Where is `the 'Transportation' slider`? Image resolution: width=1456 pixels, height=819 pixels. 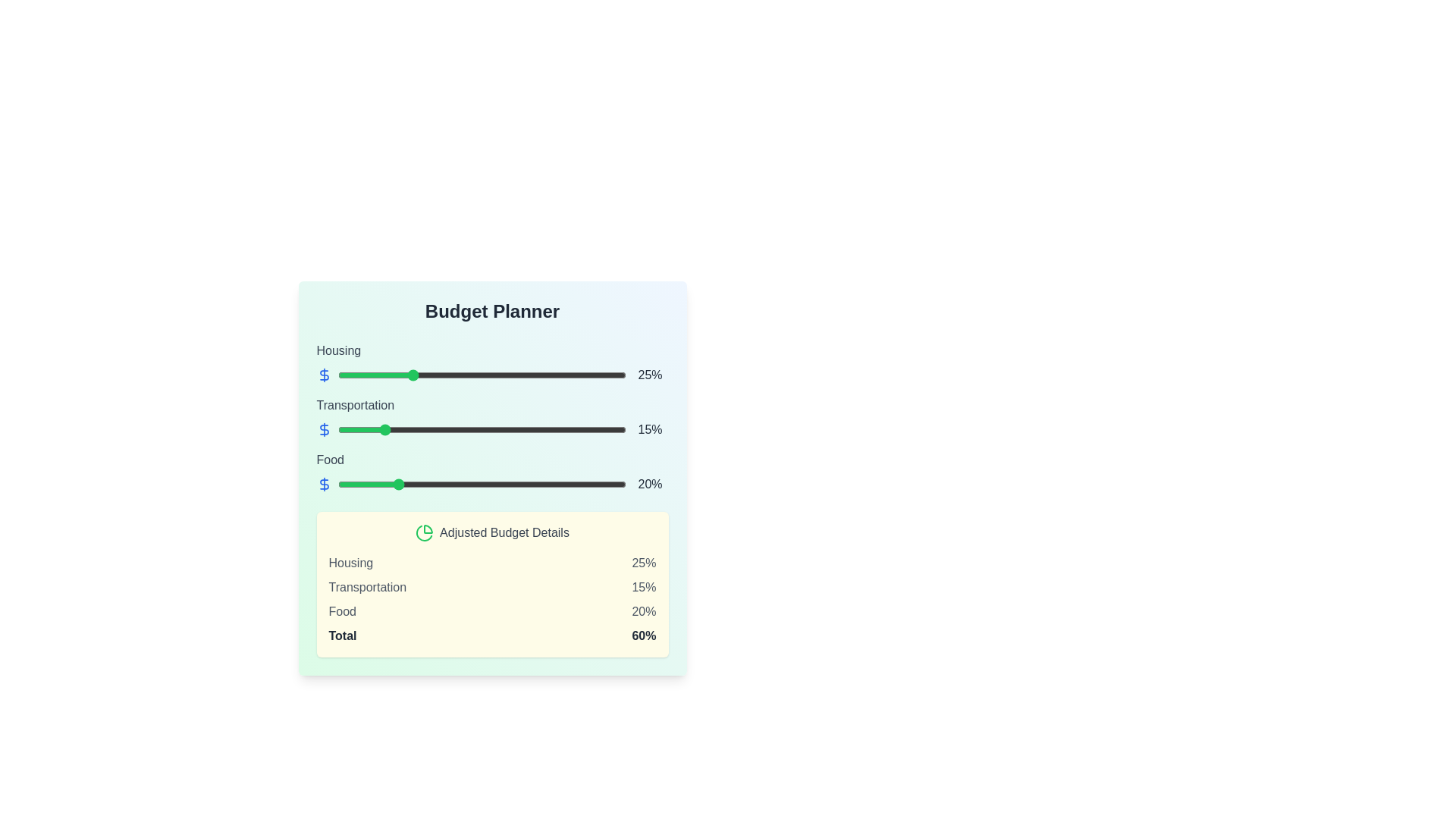
the 'Transportation' slider is located at coordinates (536, 430).